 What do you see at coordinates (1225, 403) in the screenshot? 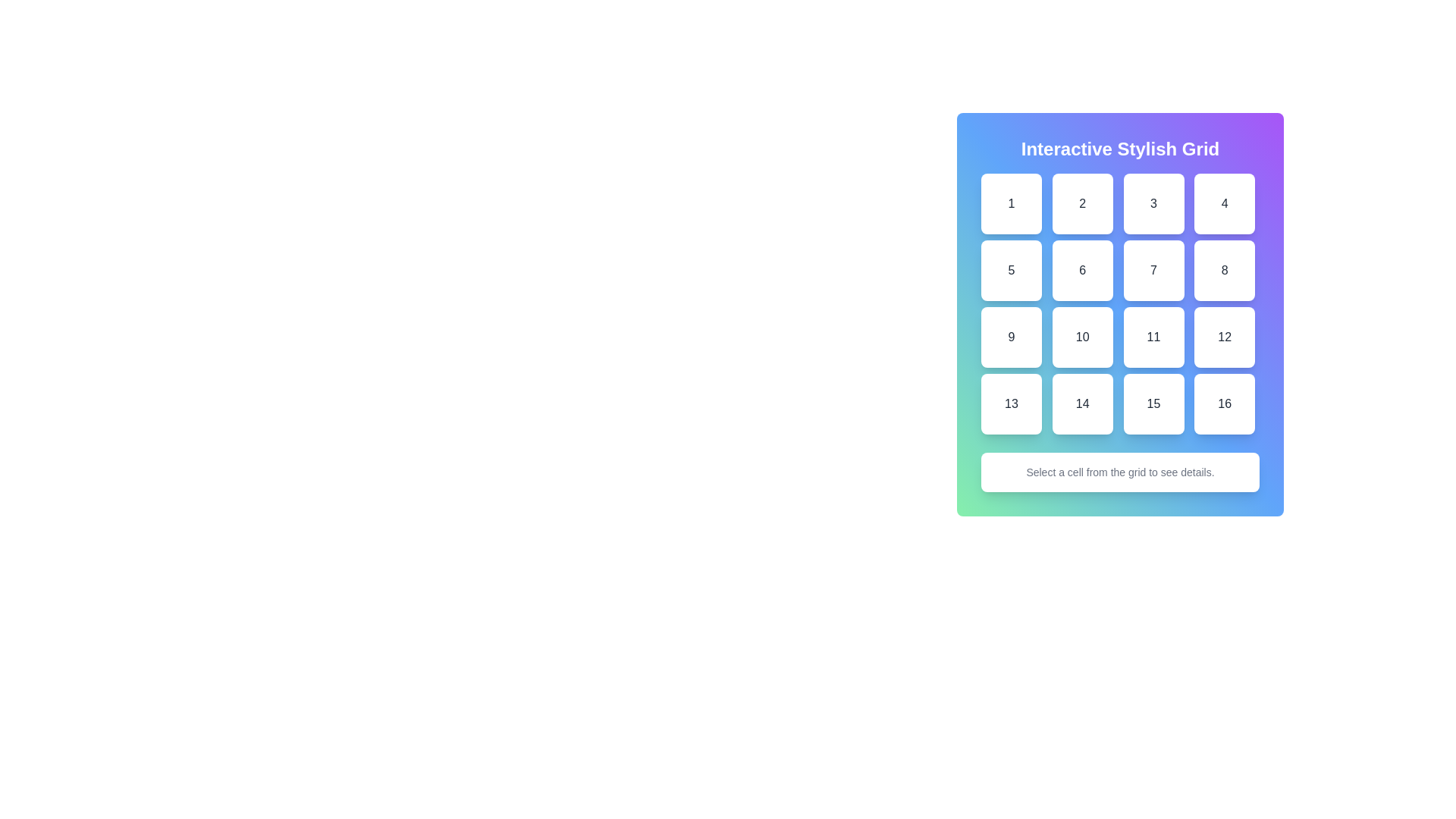
I see `the selectable grid cell located in the fourth column and fourth row of the 4x4 grid layout, which displays information related to '16'` at bounding box center [1225, 403].